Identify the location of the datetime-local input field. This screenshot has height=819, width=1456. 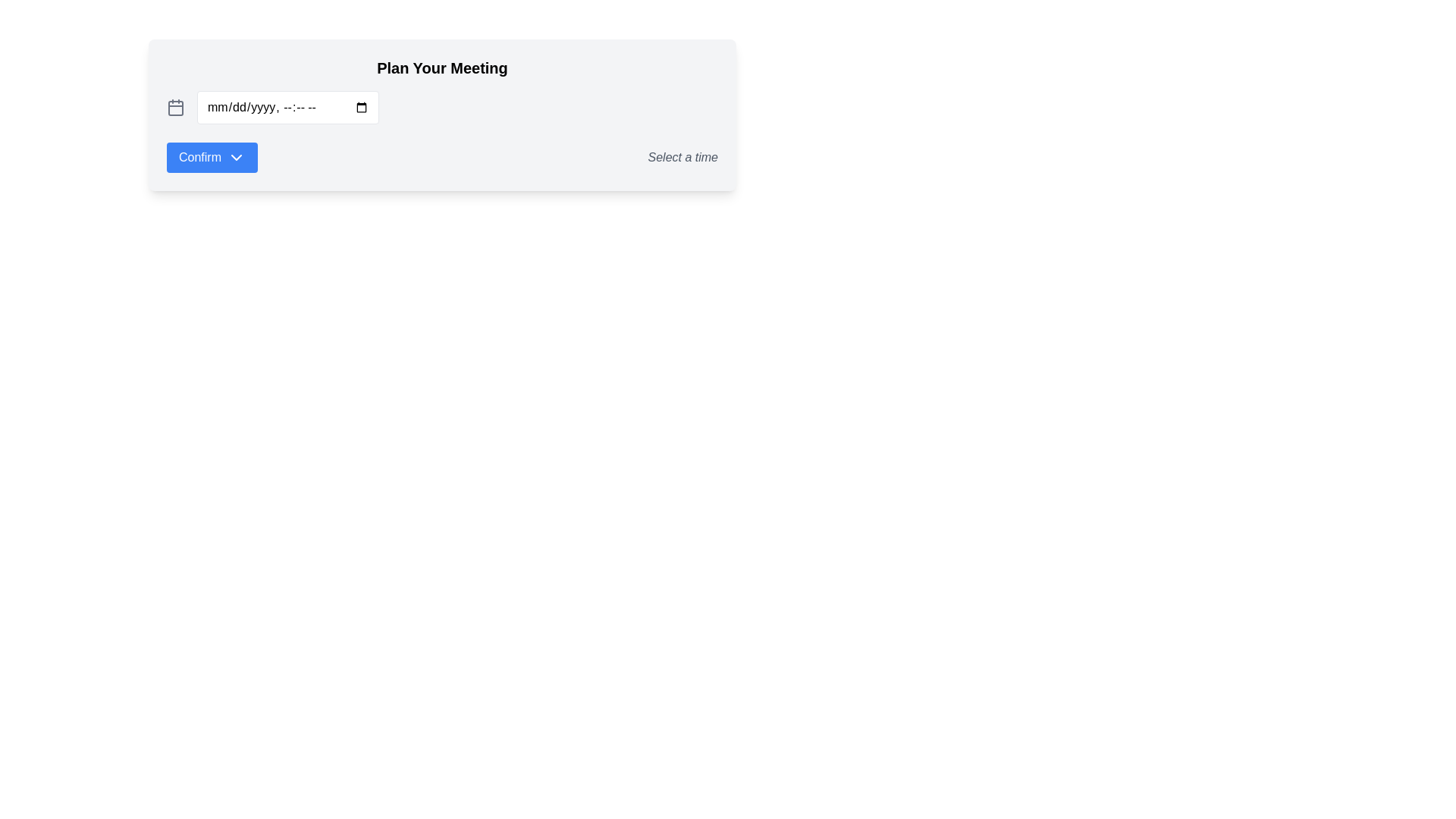
(287, 107).